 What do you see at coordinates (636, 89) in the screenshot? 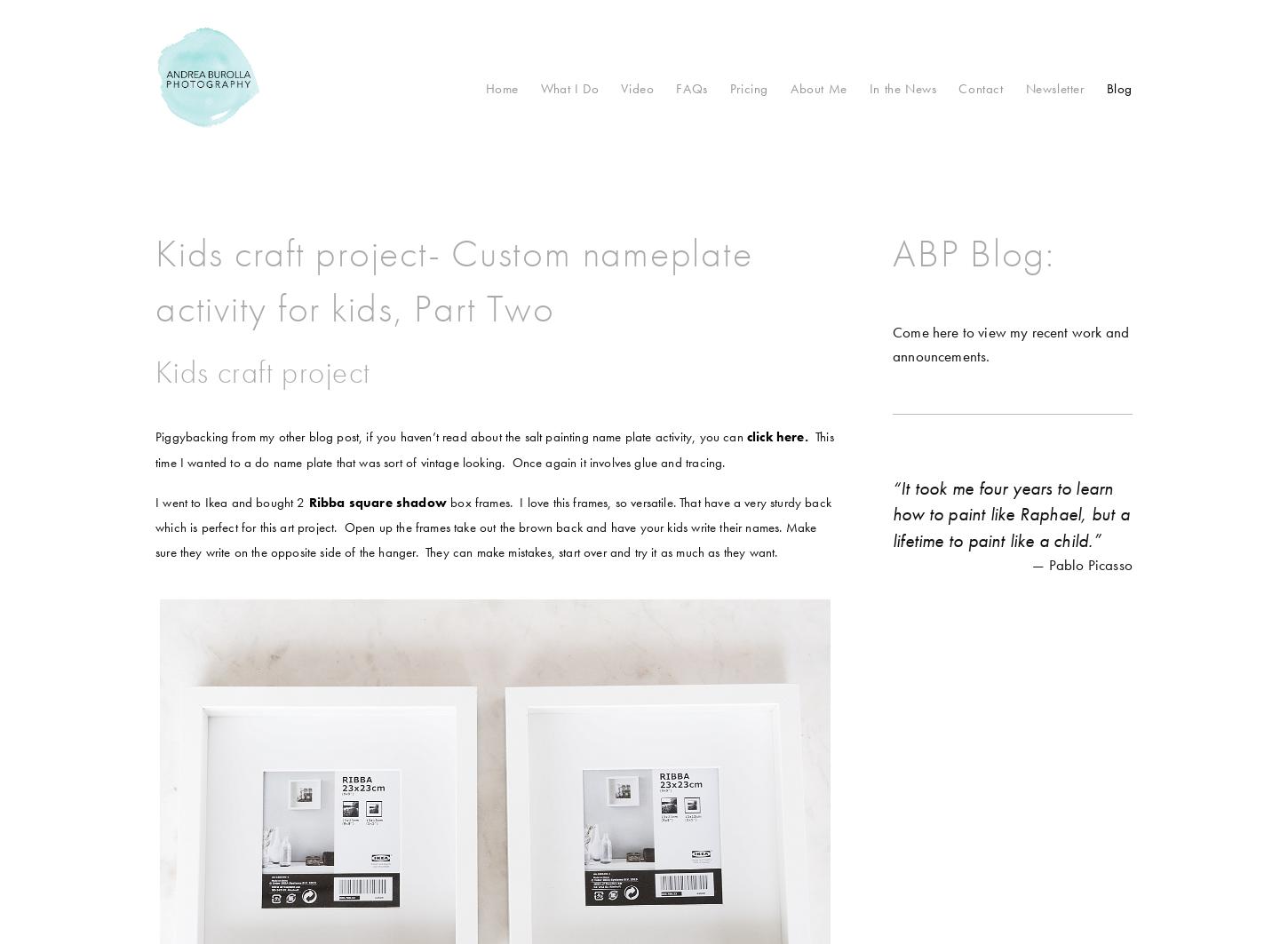
I see `'Video'` at bounding box center [636, 89].